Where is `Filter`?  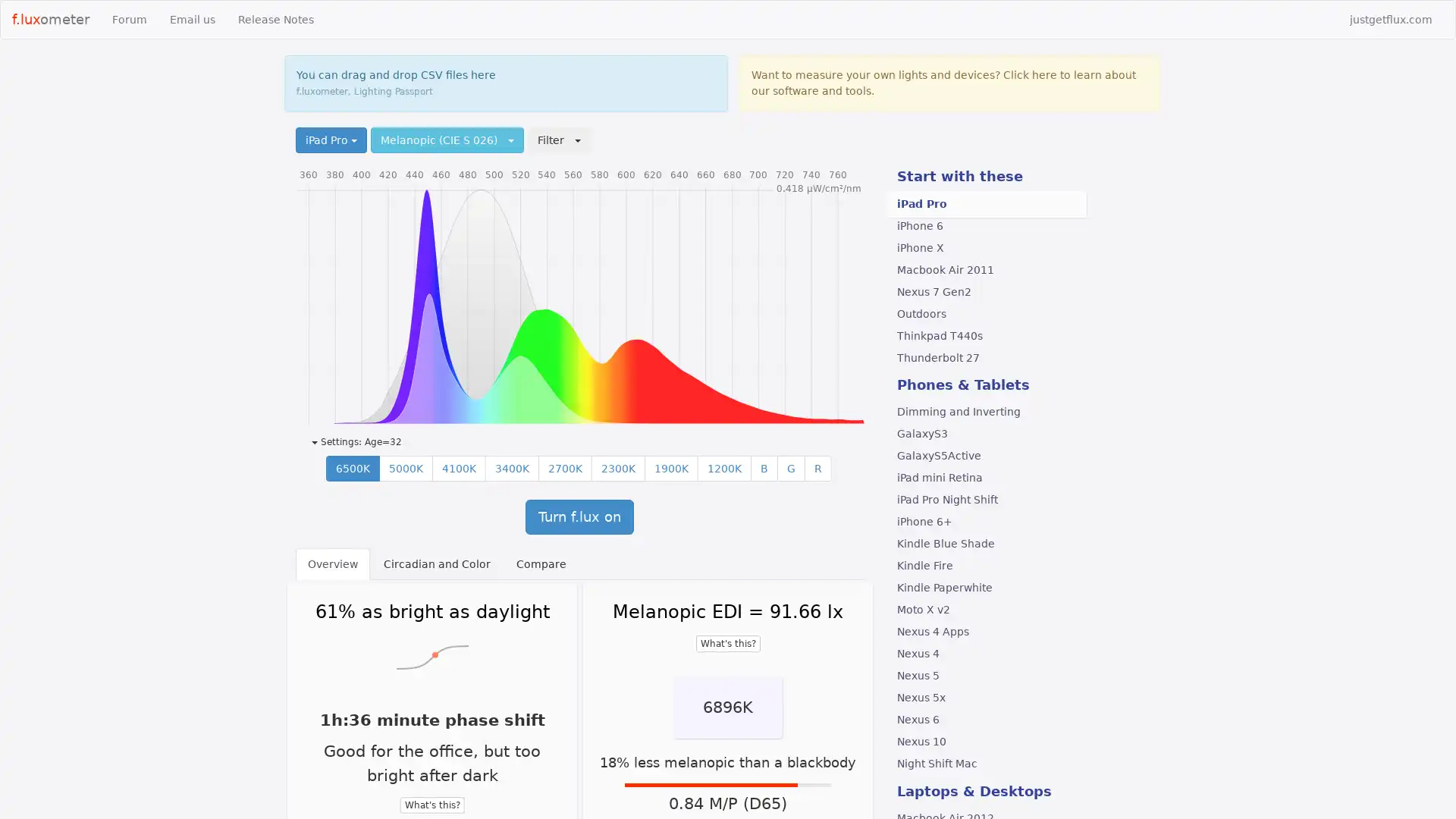
Filter is located at coordinates (558, 140).